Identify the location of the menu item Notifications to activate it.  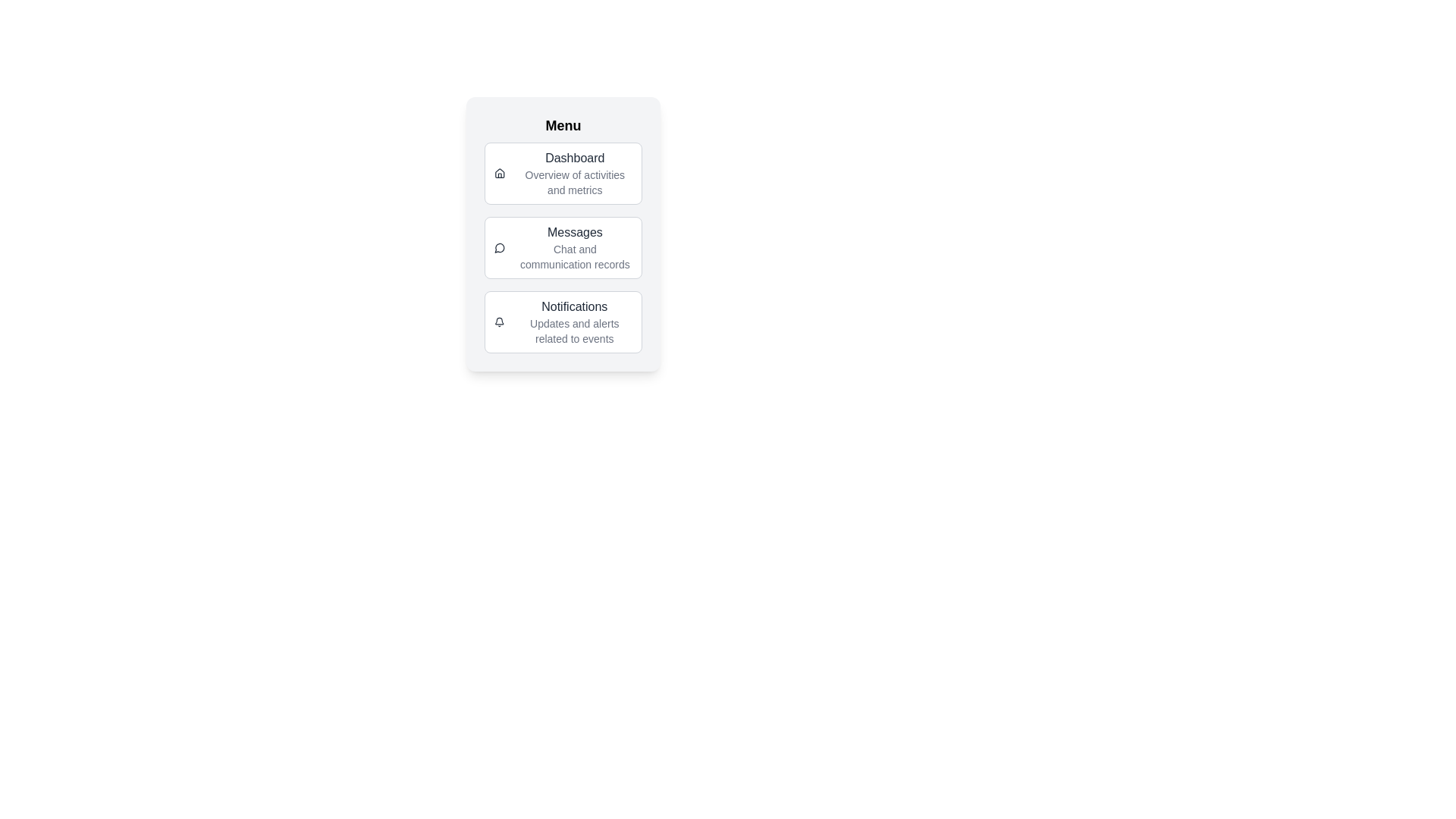
(563, 321).